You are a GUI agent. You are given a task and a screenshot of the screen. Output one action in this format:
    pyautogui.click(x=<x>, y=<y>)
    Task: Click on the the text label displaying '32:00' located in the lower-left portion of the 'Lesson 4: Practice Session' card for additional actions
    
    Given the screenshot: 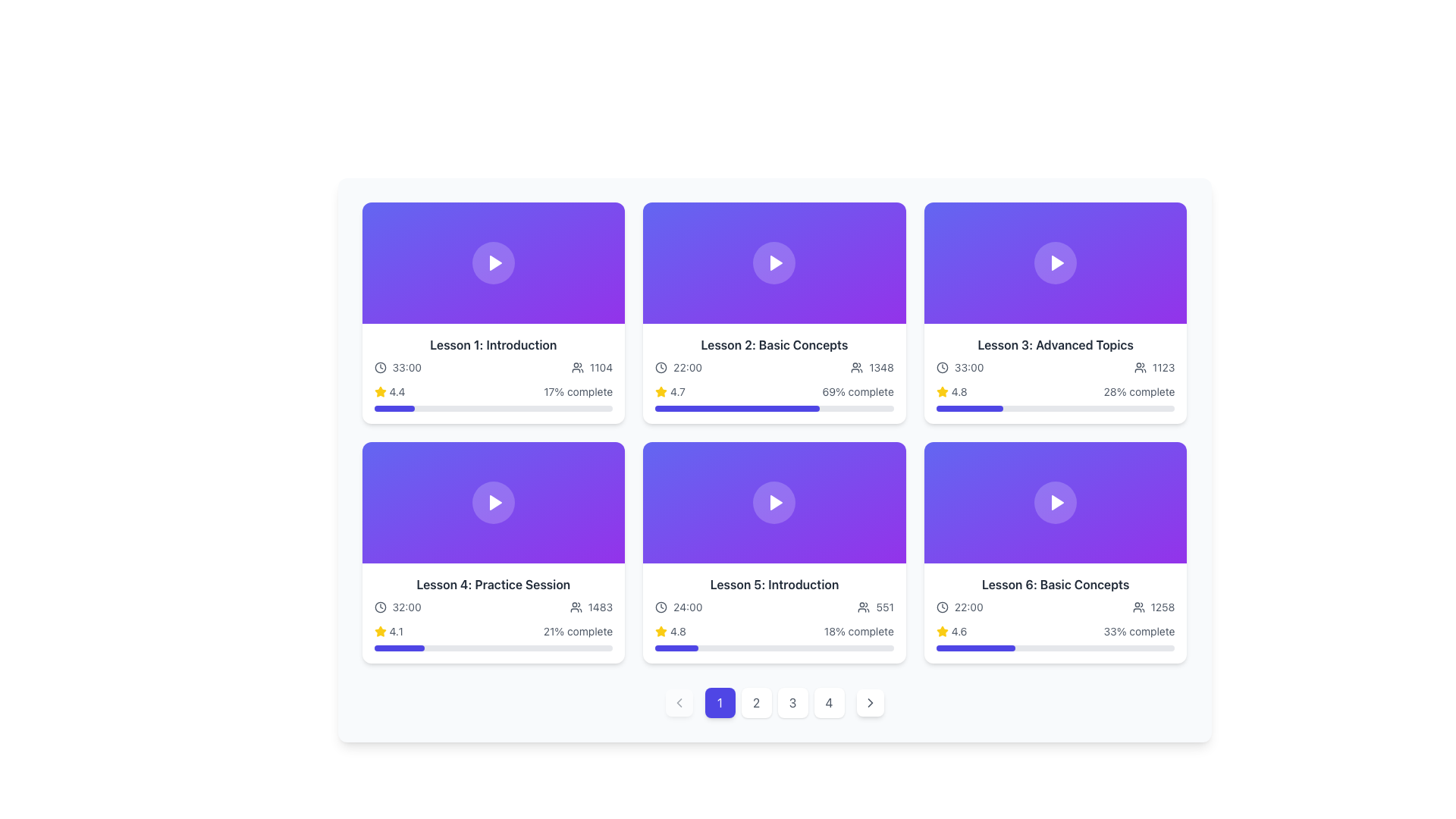 What is the action you would take?
    pyautogui.click(x=406, y=607)
    